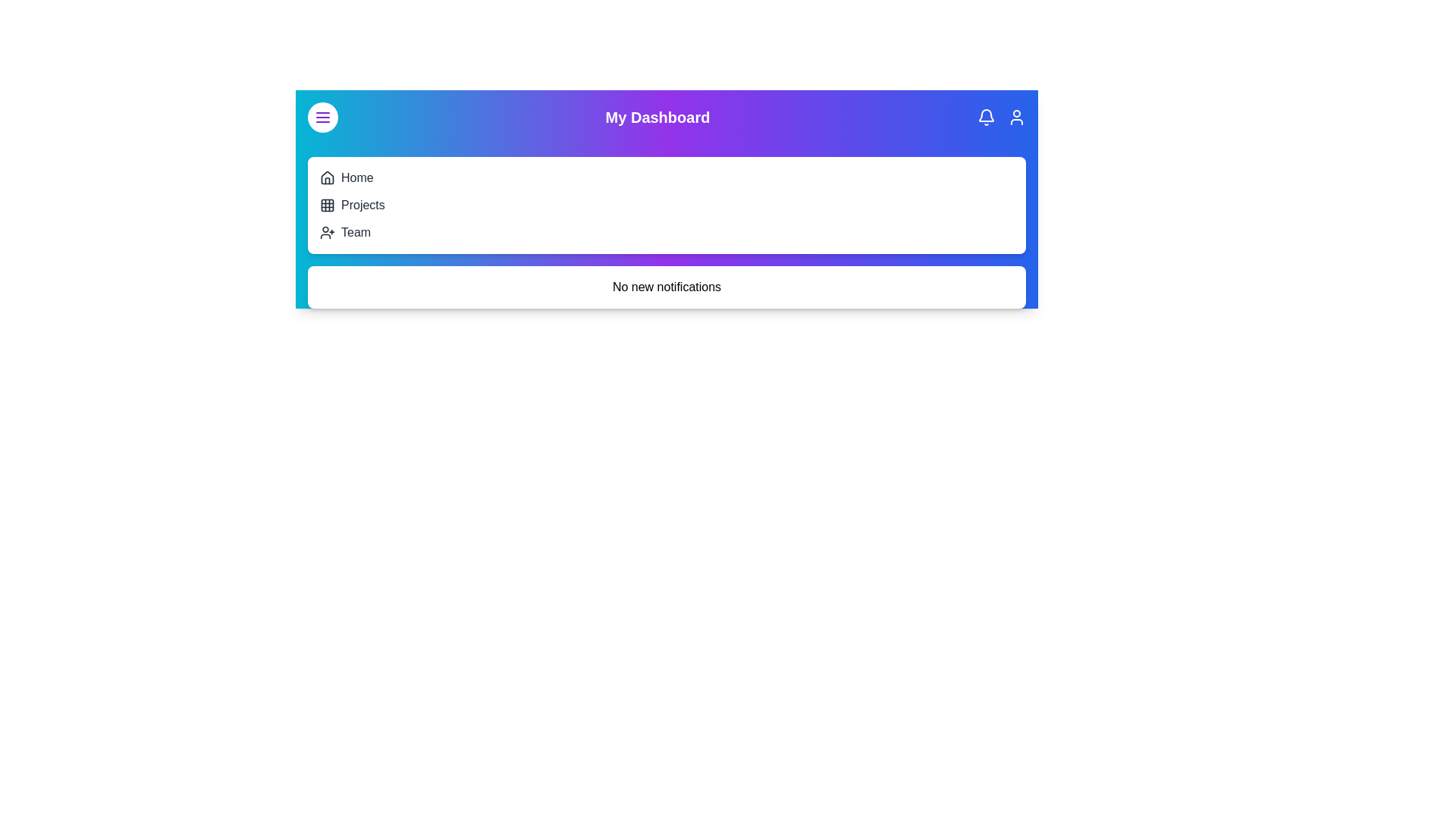  I want to click on the bell icon to toggle the notifications section, so click(986, 116).